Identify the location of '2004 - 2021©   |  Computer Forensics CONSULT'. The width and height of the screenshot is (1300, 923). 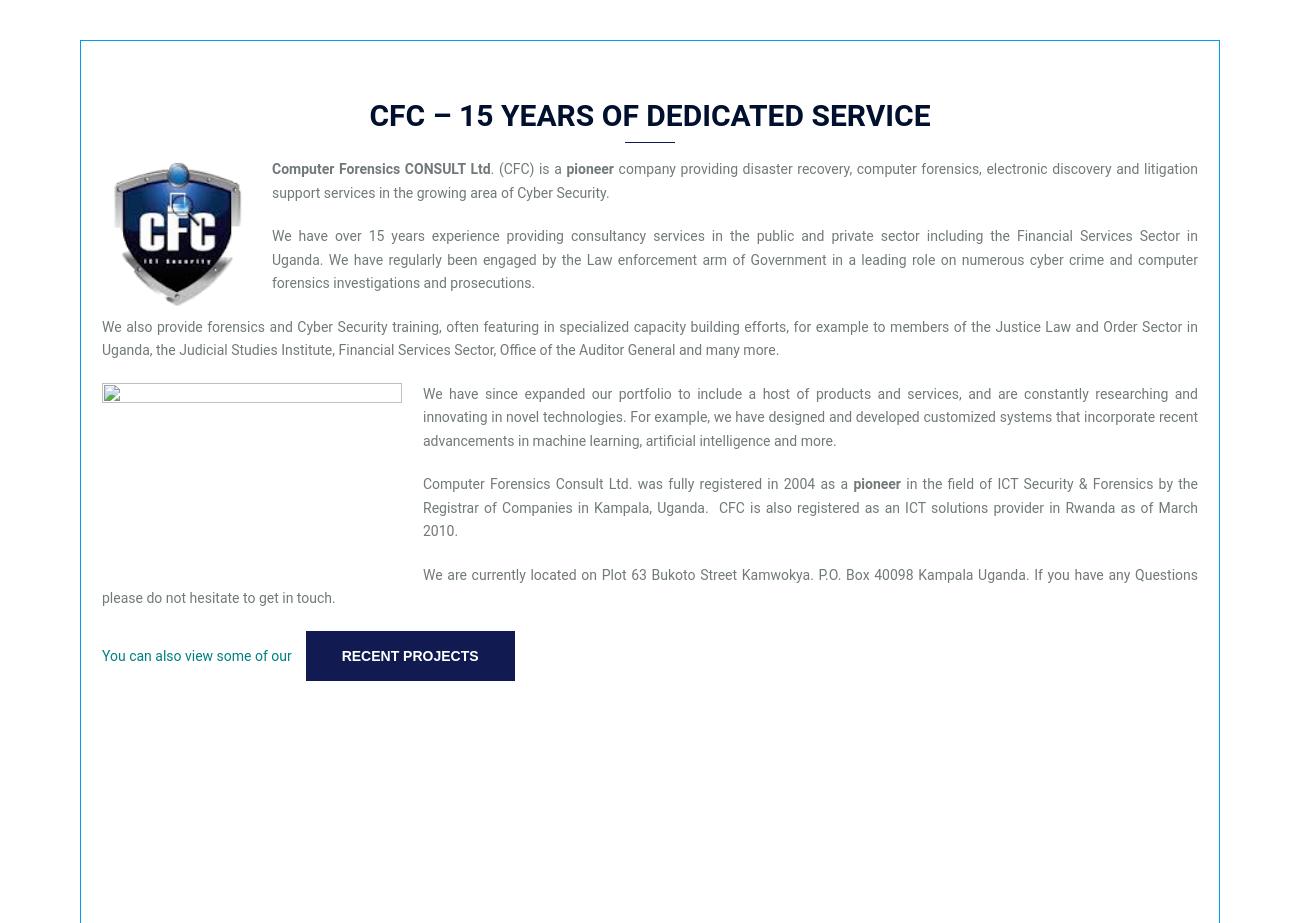
(649, 428).